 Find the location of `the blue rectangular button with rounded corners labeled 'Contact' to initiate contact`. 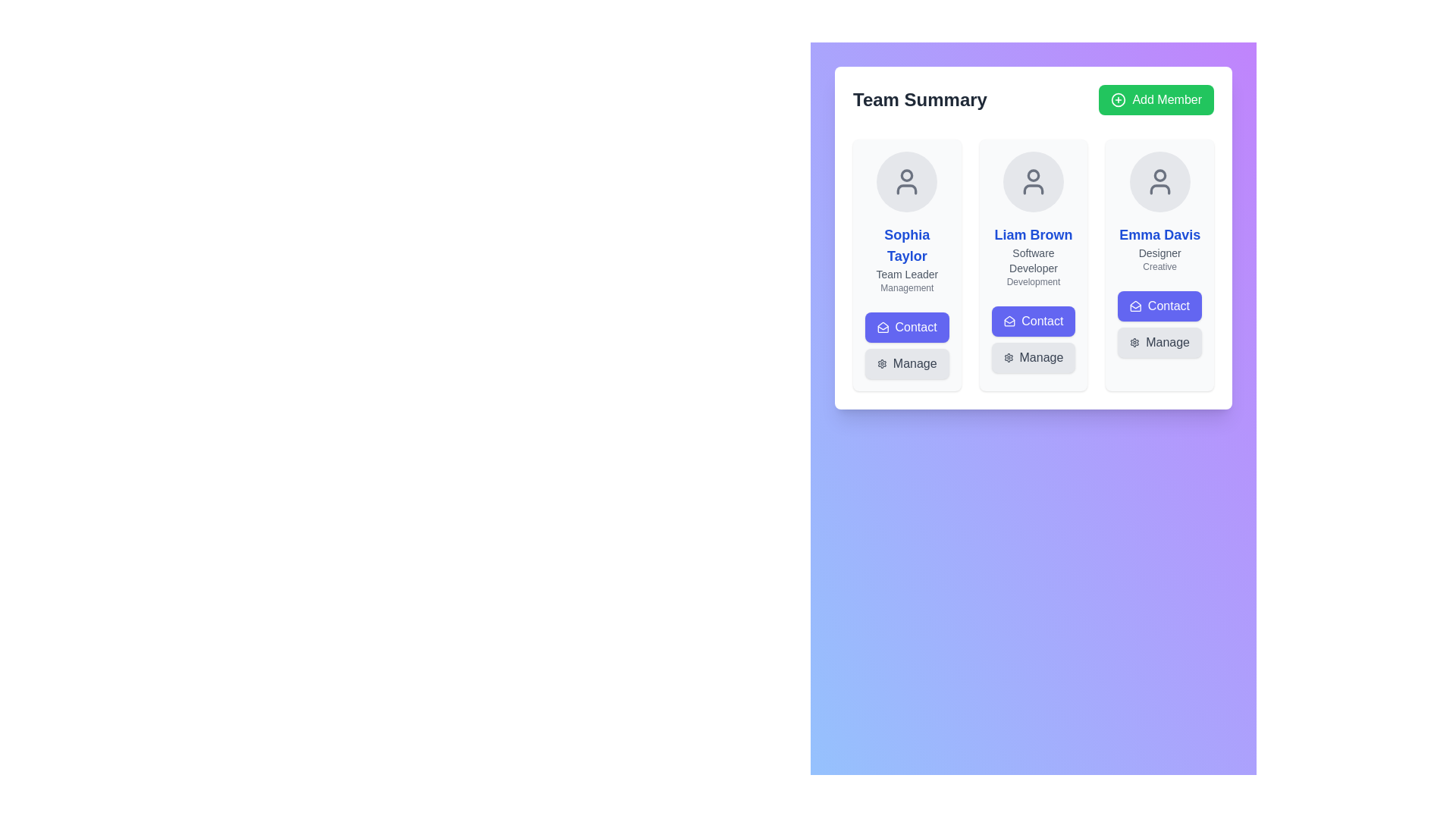

the blue rectangular button with rounded corners labeled 'Contact' to initiate contact is located at coordinates (907, 327).